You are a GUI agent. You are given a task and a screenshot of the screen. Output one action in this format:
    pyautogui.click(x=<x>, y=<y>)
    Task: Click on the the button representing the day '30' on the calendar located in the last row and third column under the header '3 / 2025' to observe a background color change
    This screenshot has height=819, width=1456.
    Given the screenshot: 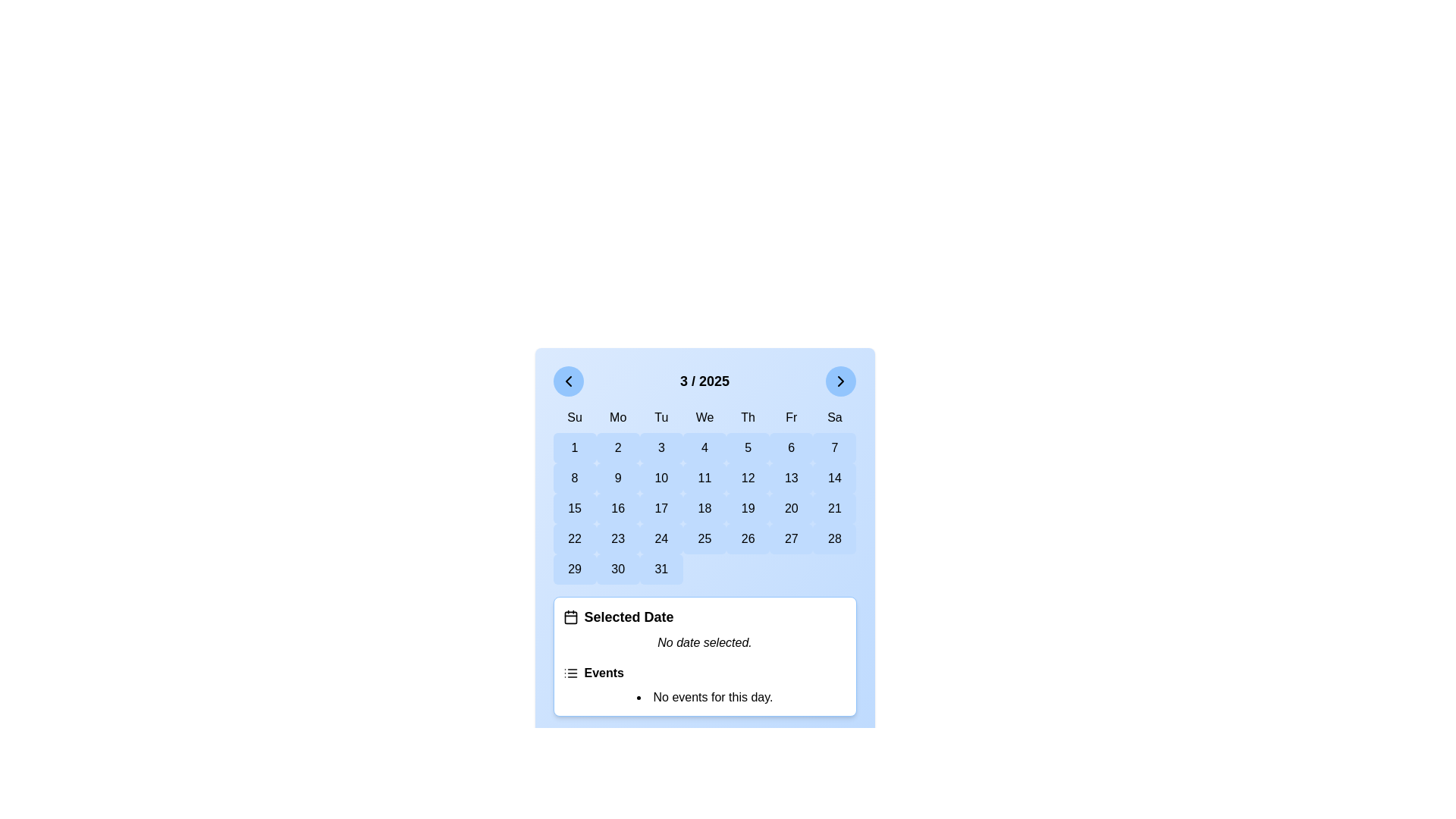 What is the action you would take?
    pyautogui.click(x=618, y=570)
    